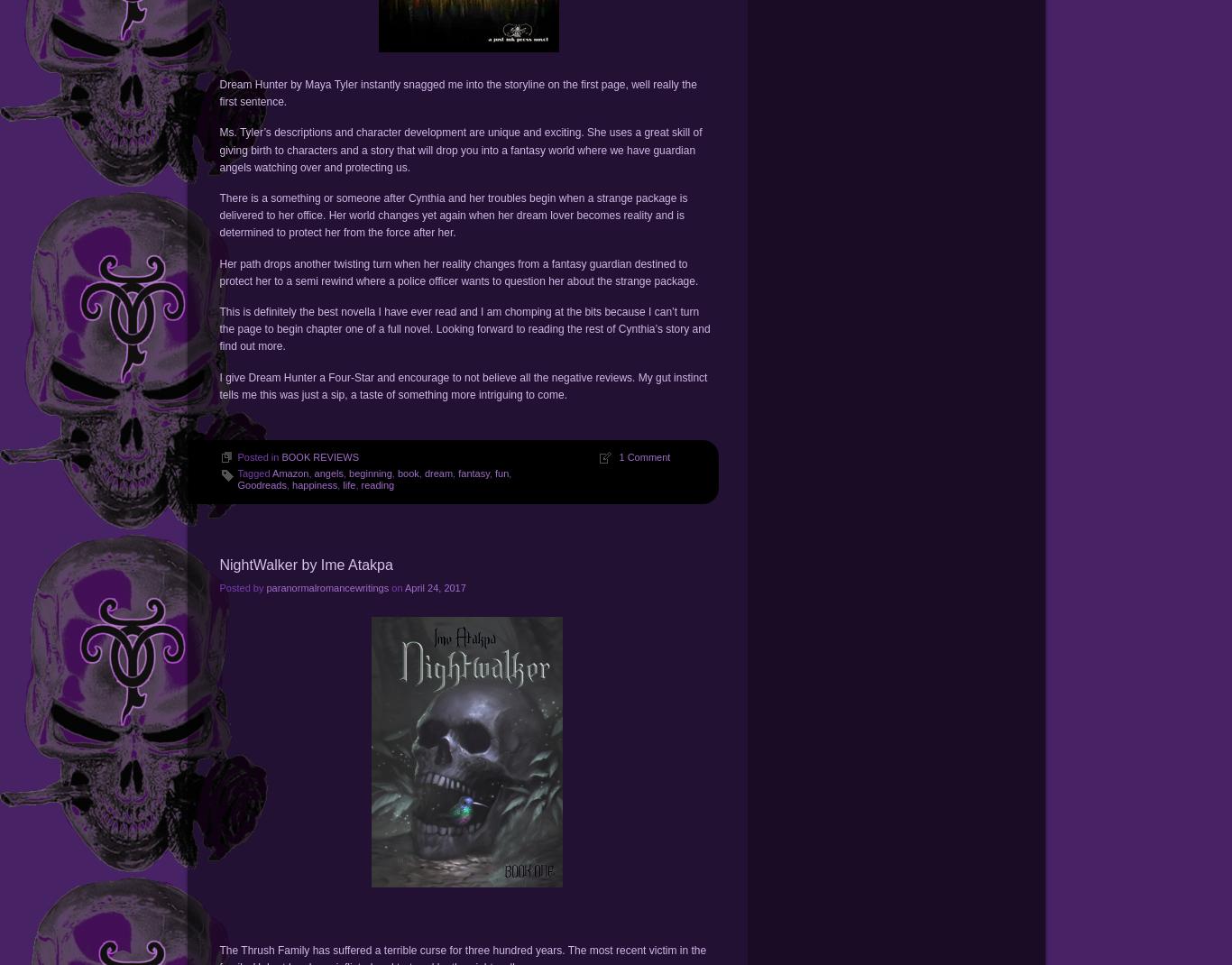 The height and width of the screenshot is (965, 1232). What do you see at coordinates (501, 472) in the screenshot?
I see `'fun'` at bounding box center [501, 472].